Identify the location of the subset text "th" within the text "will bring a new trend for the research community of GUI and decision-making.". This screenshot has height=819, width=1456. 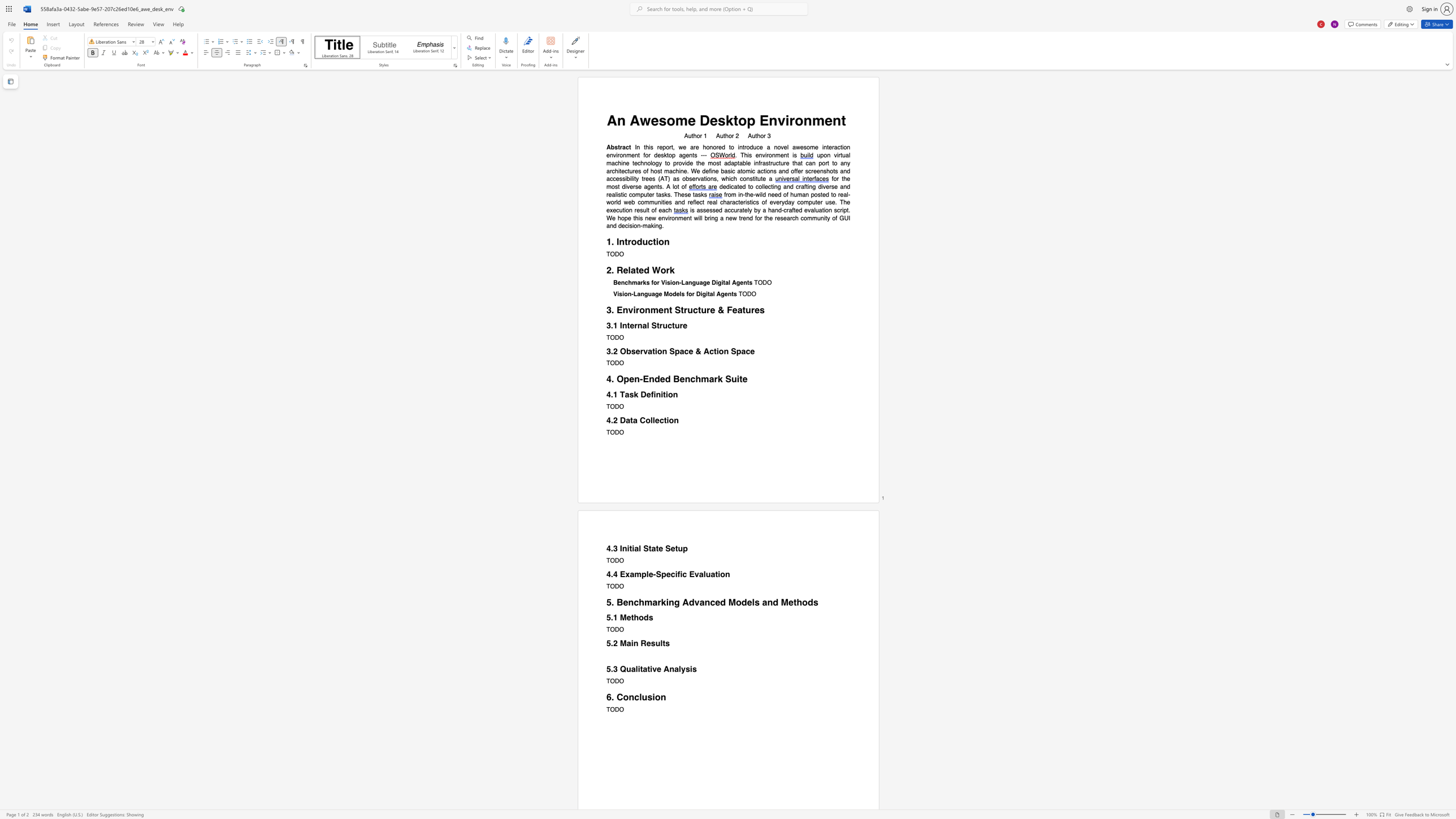
(764, 218).